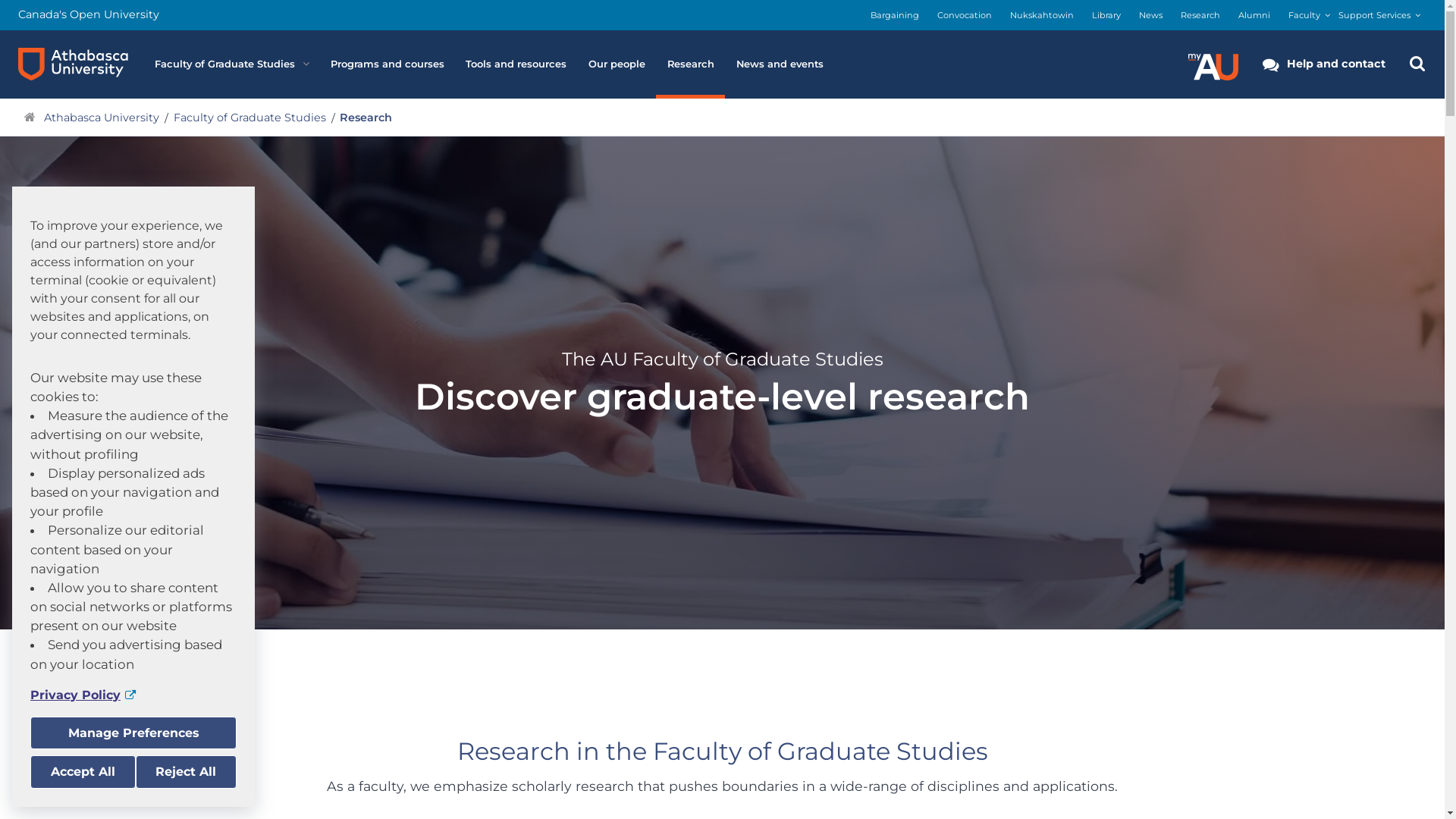  Describe the element at coordinates (1303, 15) in the screenshot. I see `'Faculty'` at that location.